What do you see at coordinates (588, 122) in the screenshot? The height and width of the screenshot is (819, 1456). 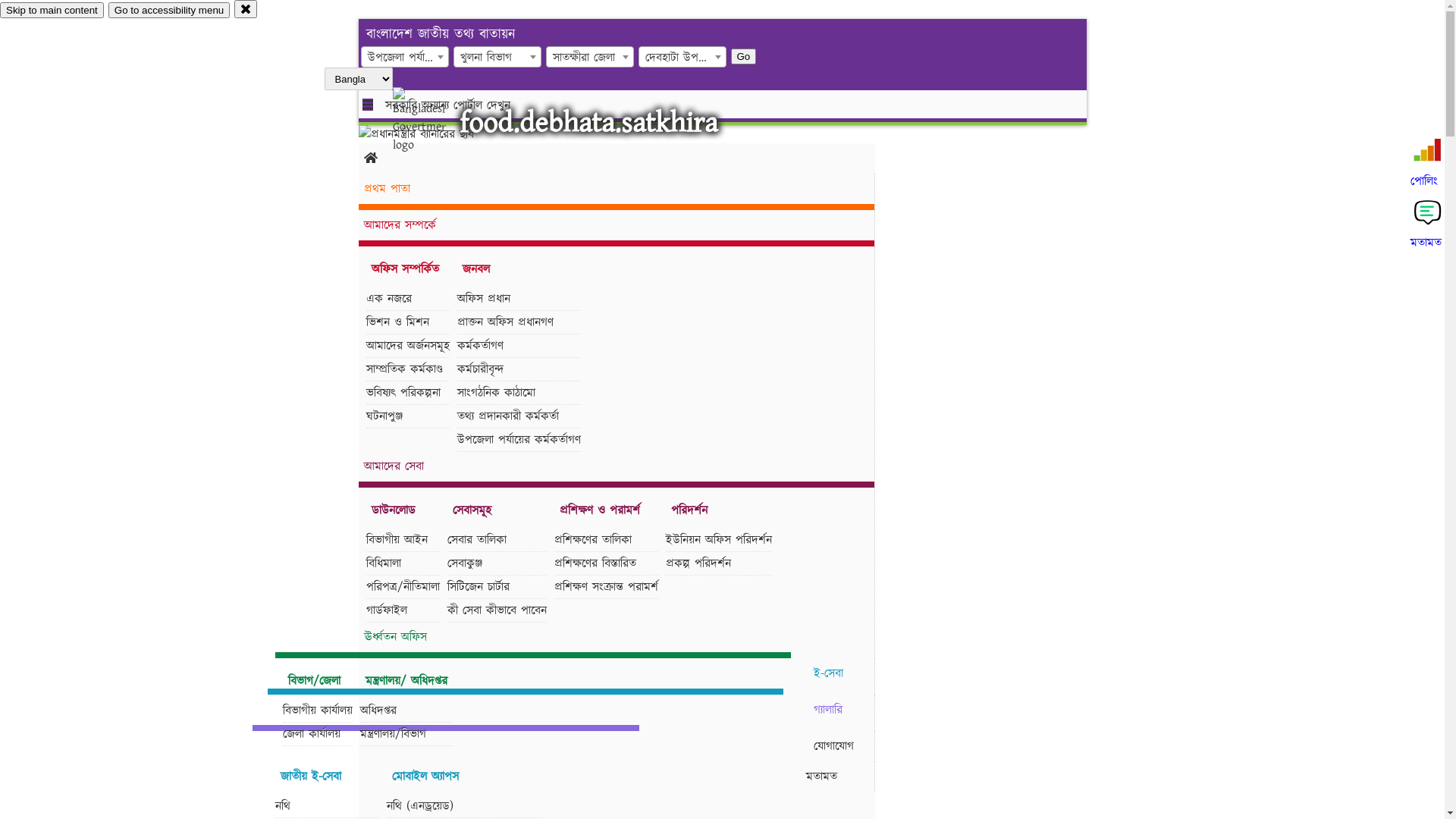 I see `'food.debhata.satkhira'` at bounding box center [588, 122].